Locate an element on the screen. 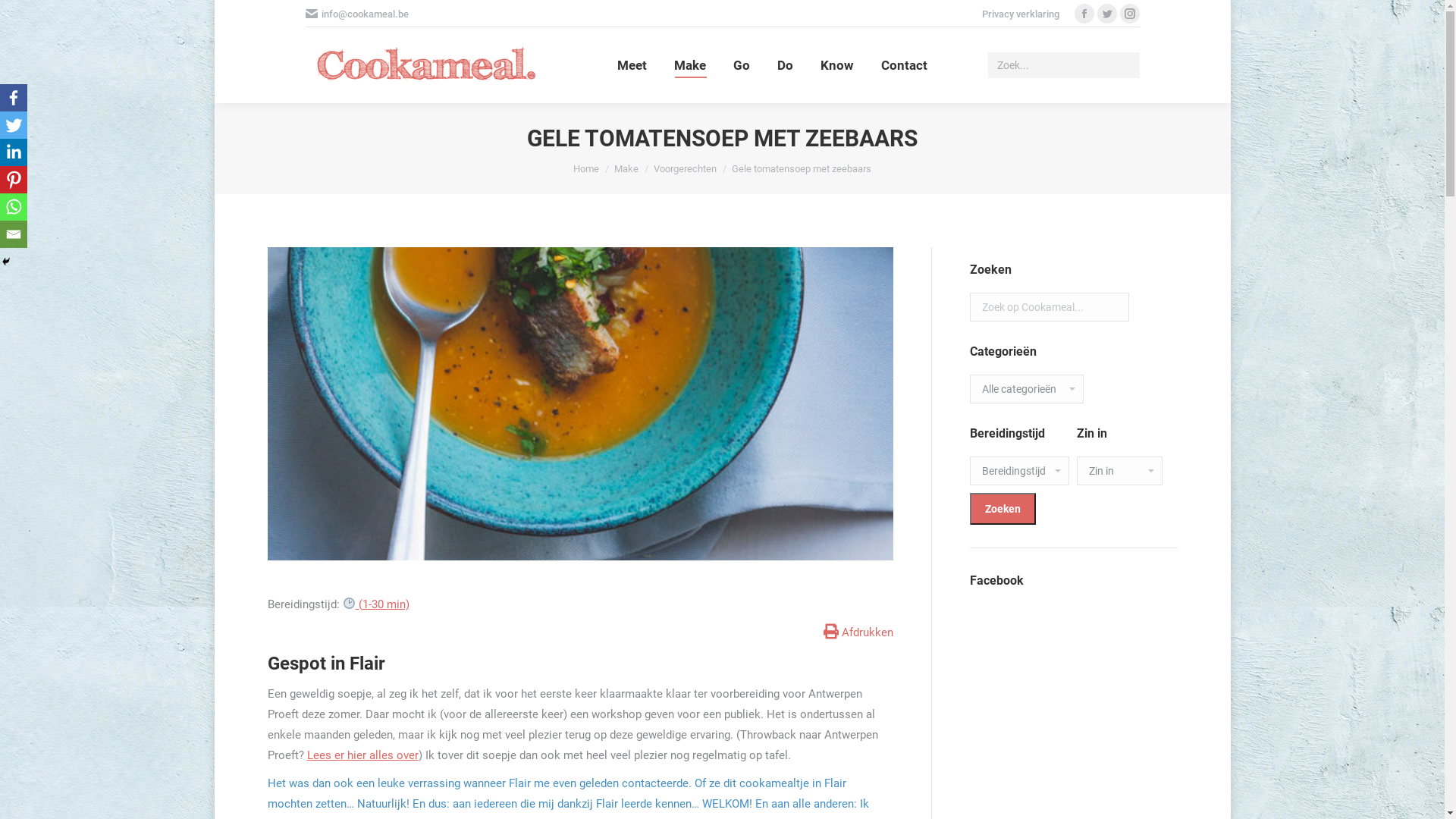 Image resolution: width=1456 pixels, height=819 pixels. 'Facebook' is located at coordinates (14, 97).